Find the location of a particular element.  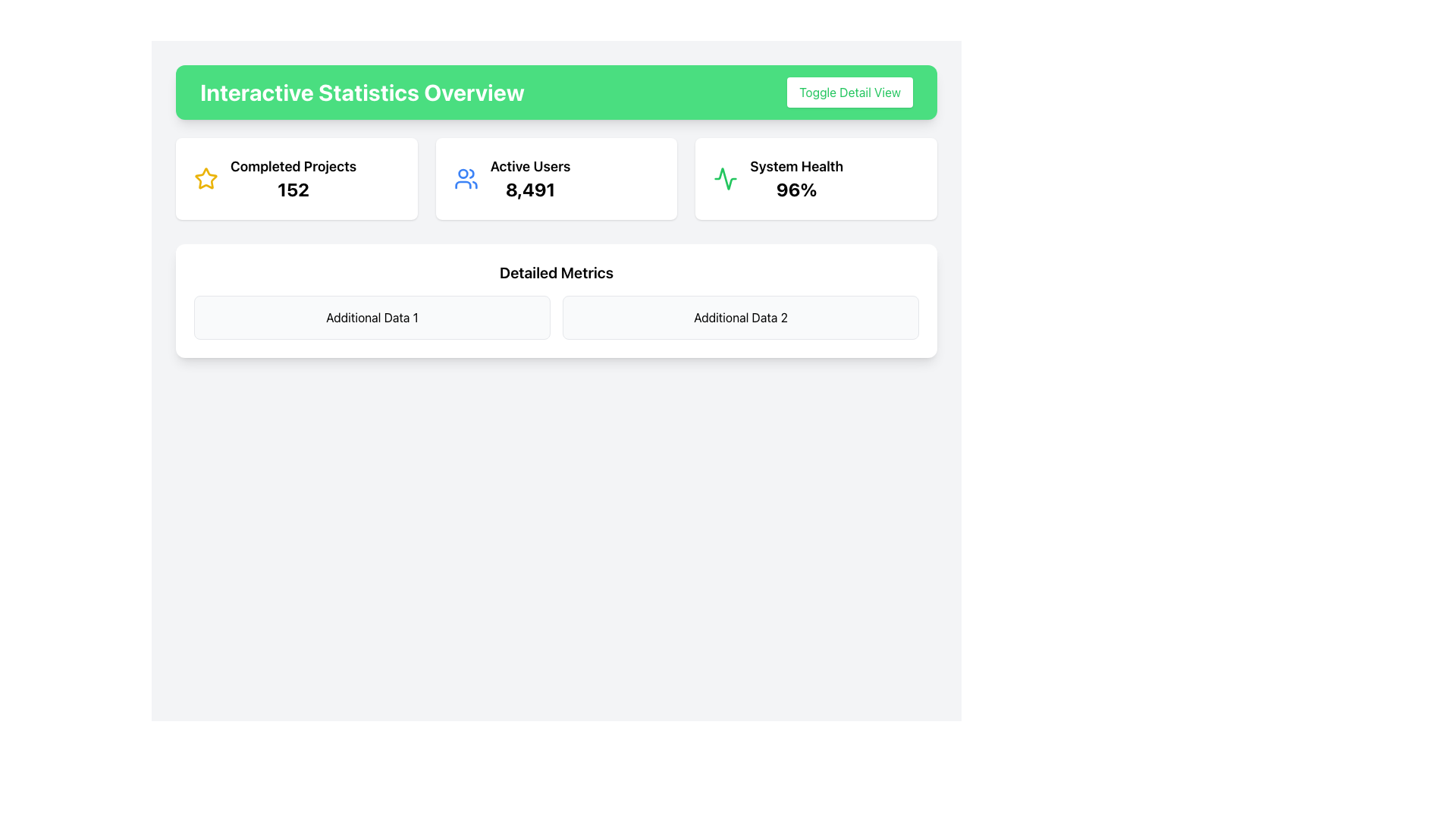

the static text display showing the numeric value '152' beneath the label 'Completed Projects' in the top-left card of the interface is located at coordinates (293, 189).